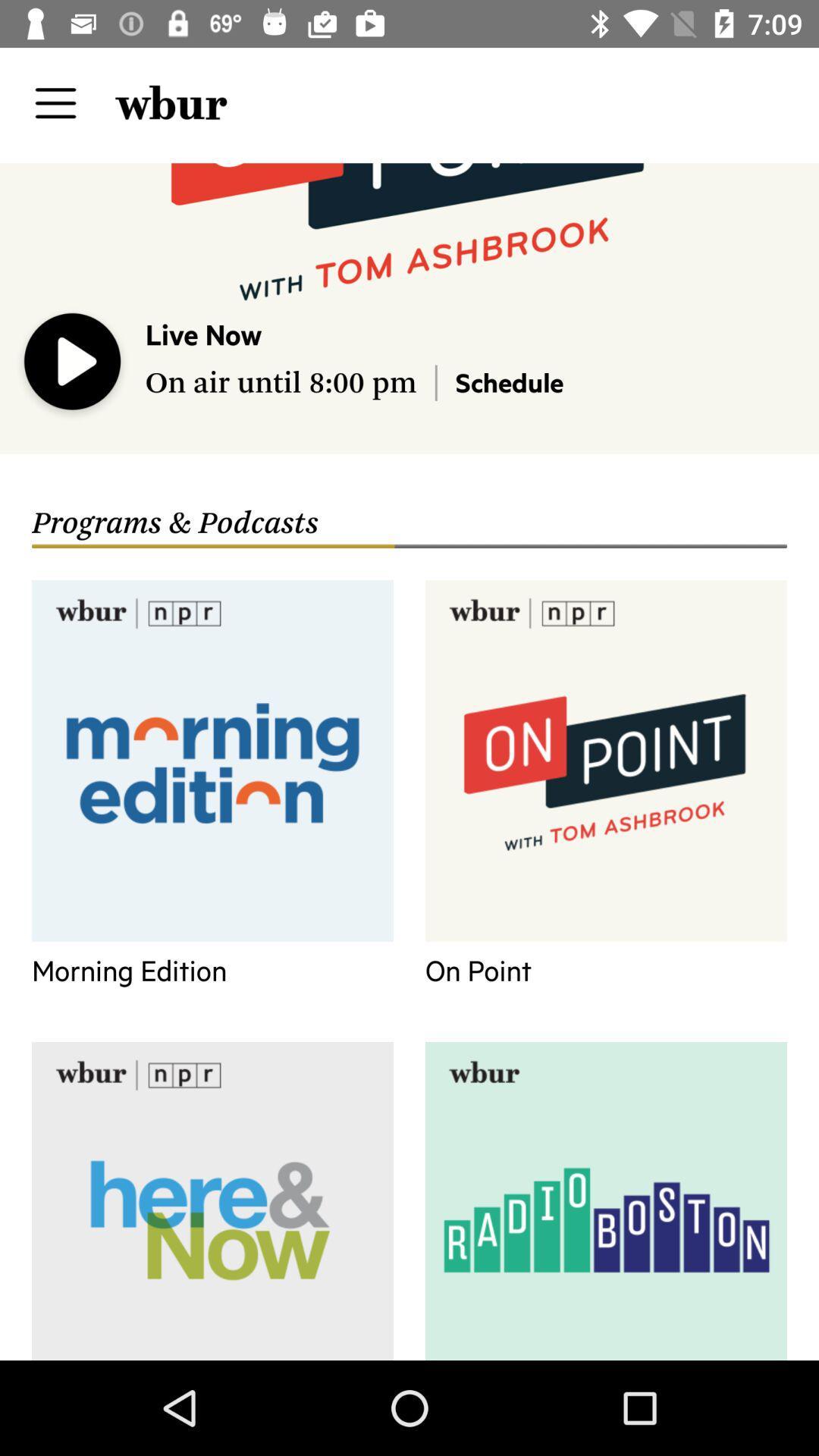  I want to click on the play icon, so click(73, 365).